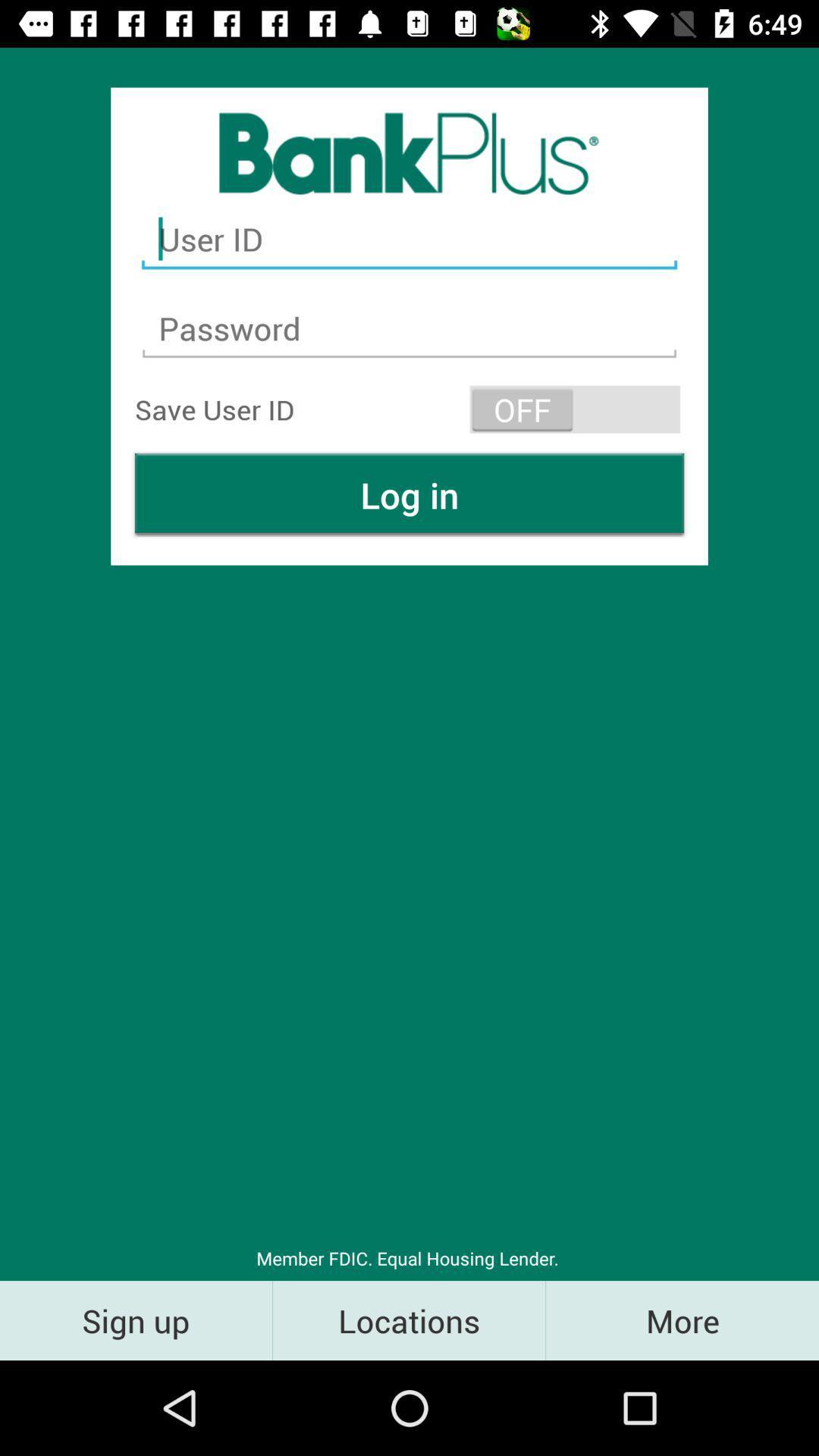 The image size is (819, 1456). Describe the element at coordinates (575, 409) in the screenshot. I see `the icon above the log in` at that location.